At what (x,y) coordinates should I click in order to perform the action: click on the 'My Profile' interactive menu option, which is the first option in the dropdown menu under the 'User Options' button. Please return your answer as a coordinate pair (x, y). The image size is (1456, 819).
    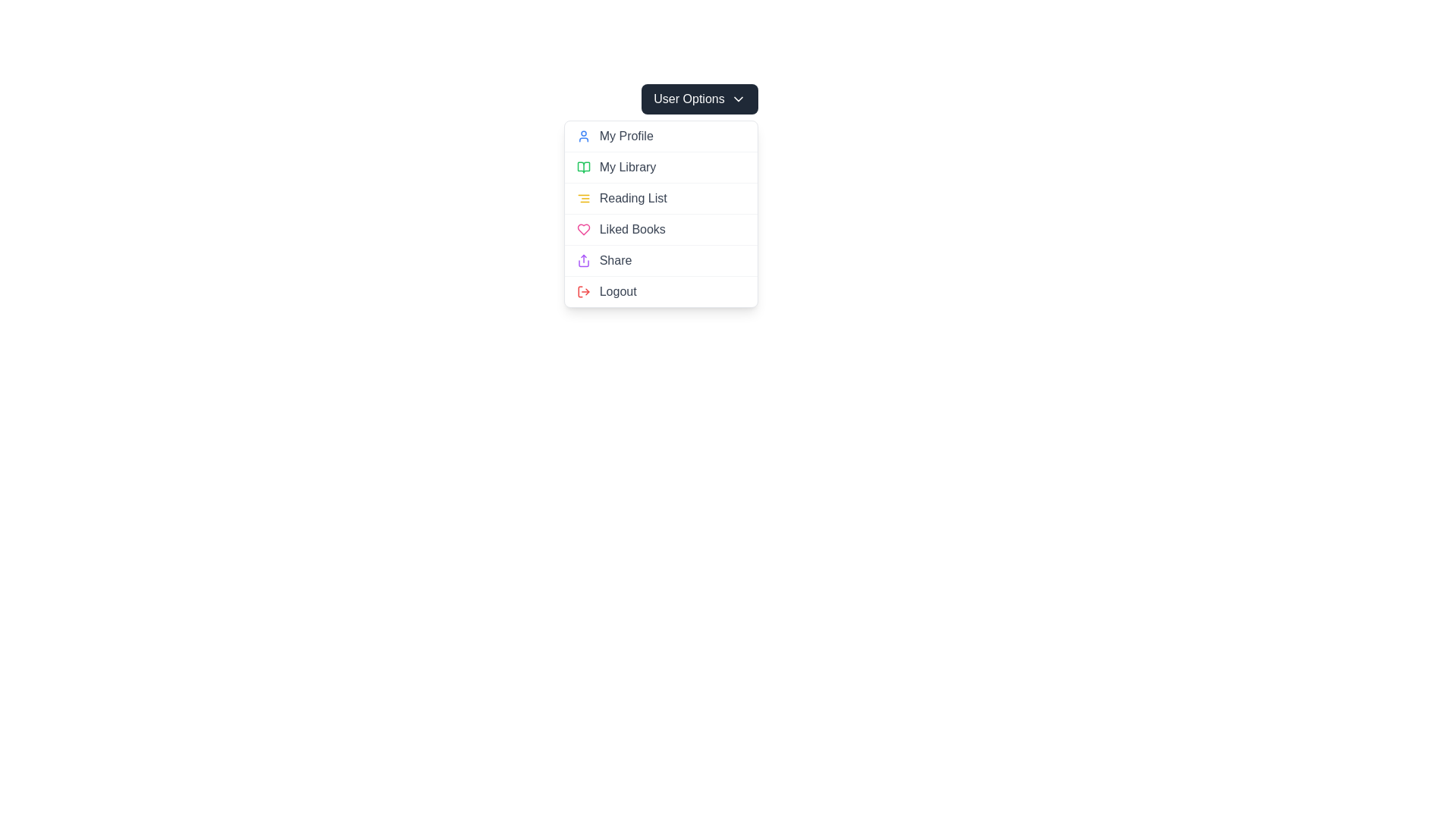
    Looking at the image, I should click on (661, 136).